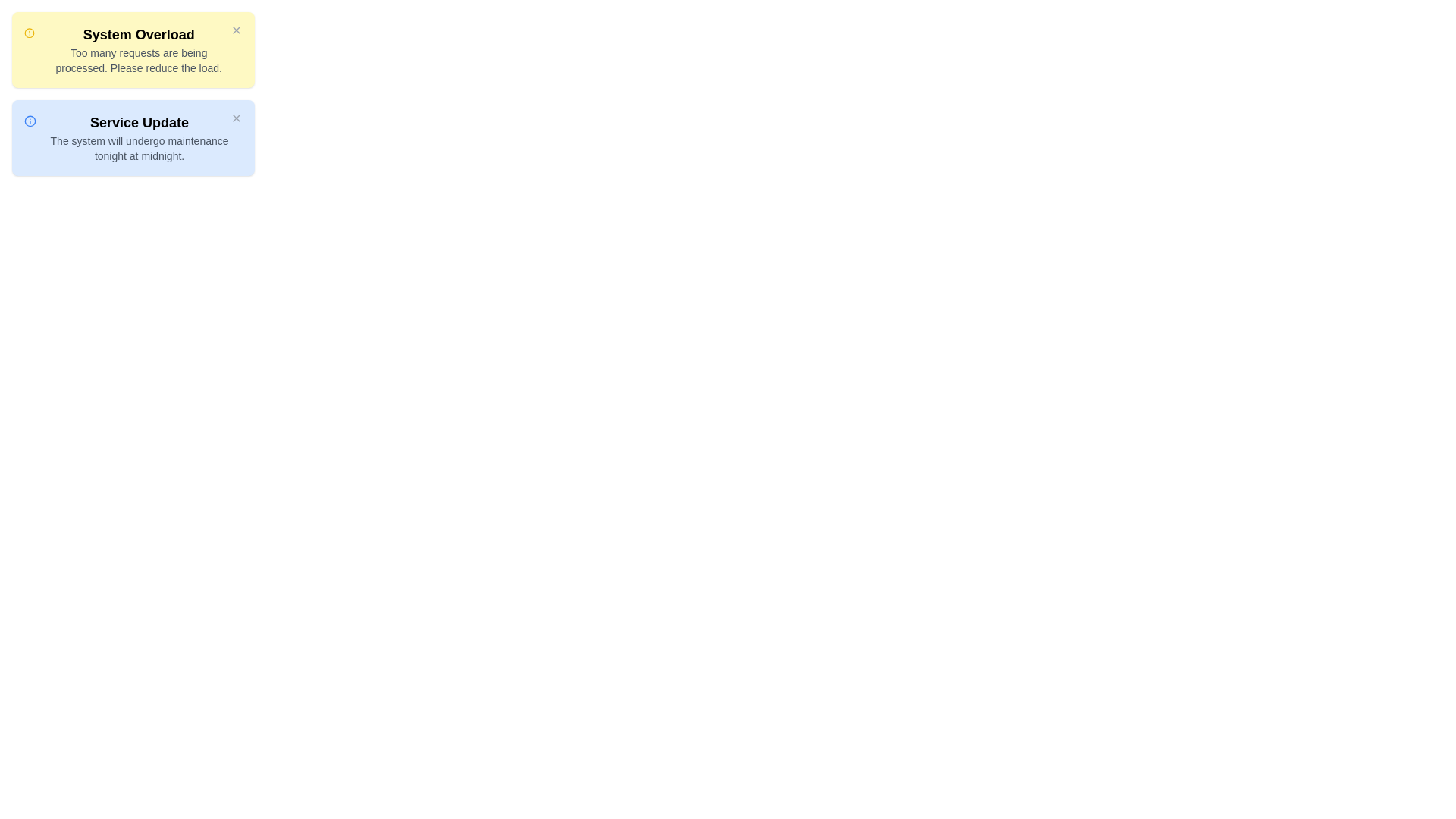 The height and width of the screenshot is (819, 1456). I want to click on the blue circular outline SVG element that represents a circular icon in the lower notification box, preceding the service update text, so click(30, 120).